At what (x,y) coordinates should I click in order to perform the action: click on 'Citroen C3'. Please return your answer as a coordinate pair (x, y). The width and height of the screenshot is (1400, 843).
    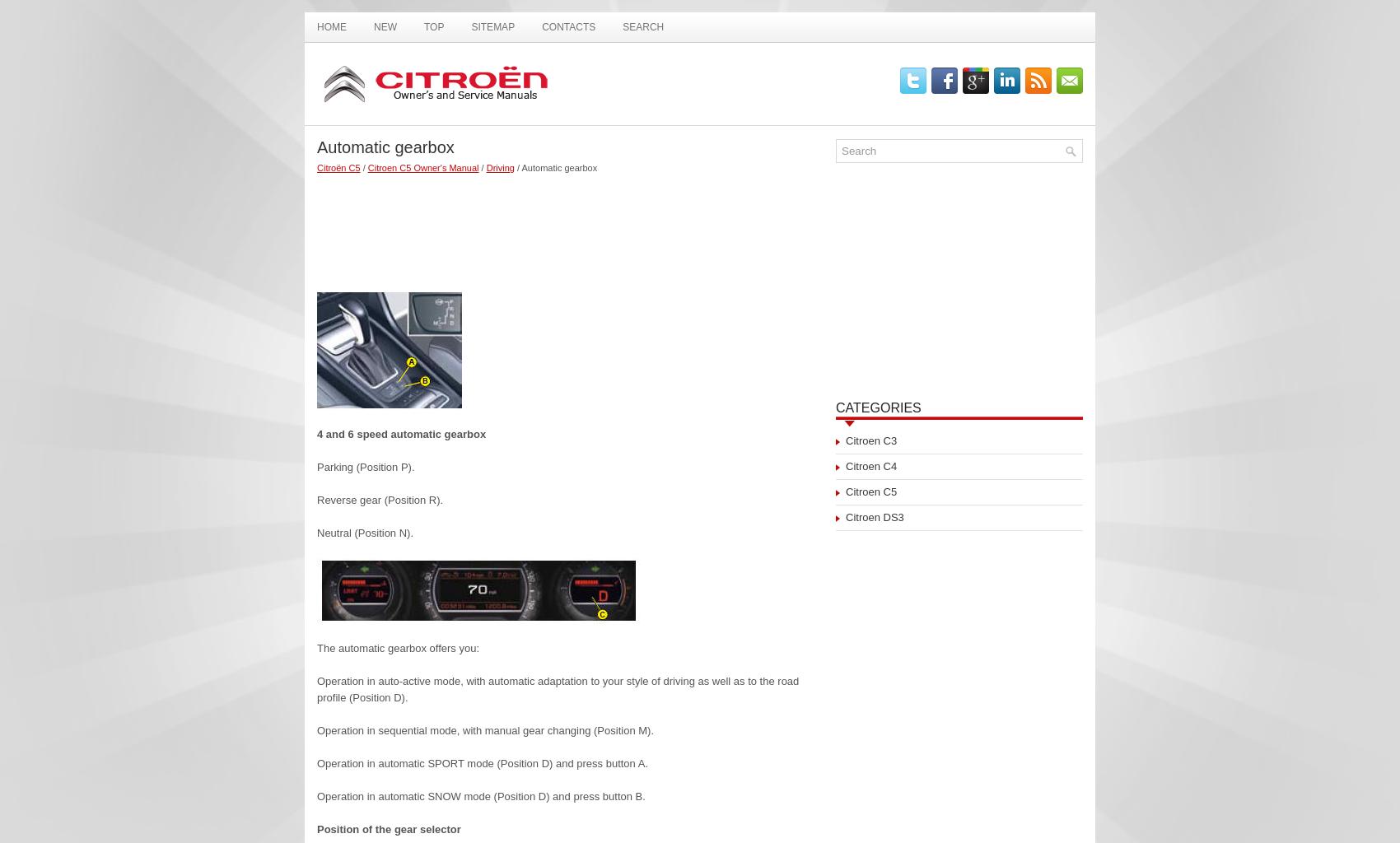
    Looking at the image, I should click on (870, 440).